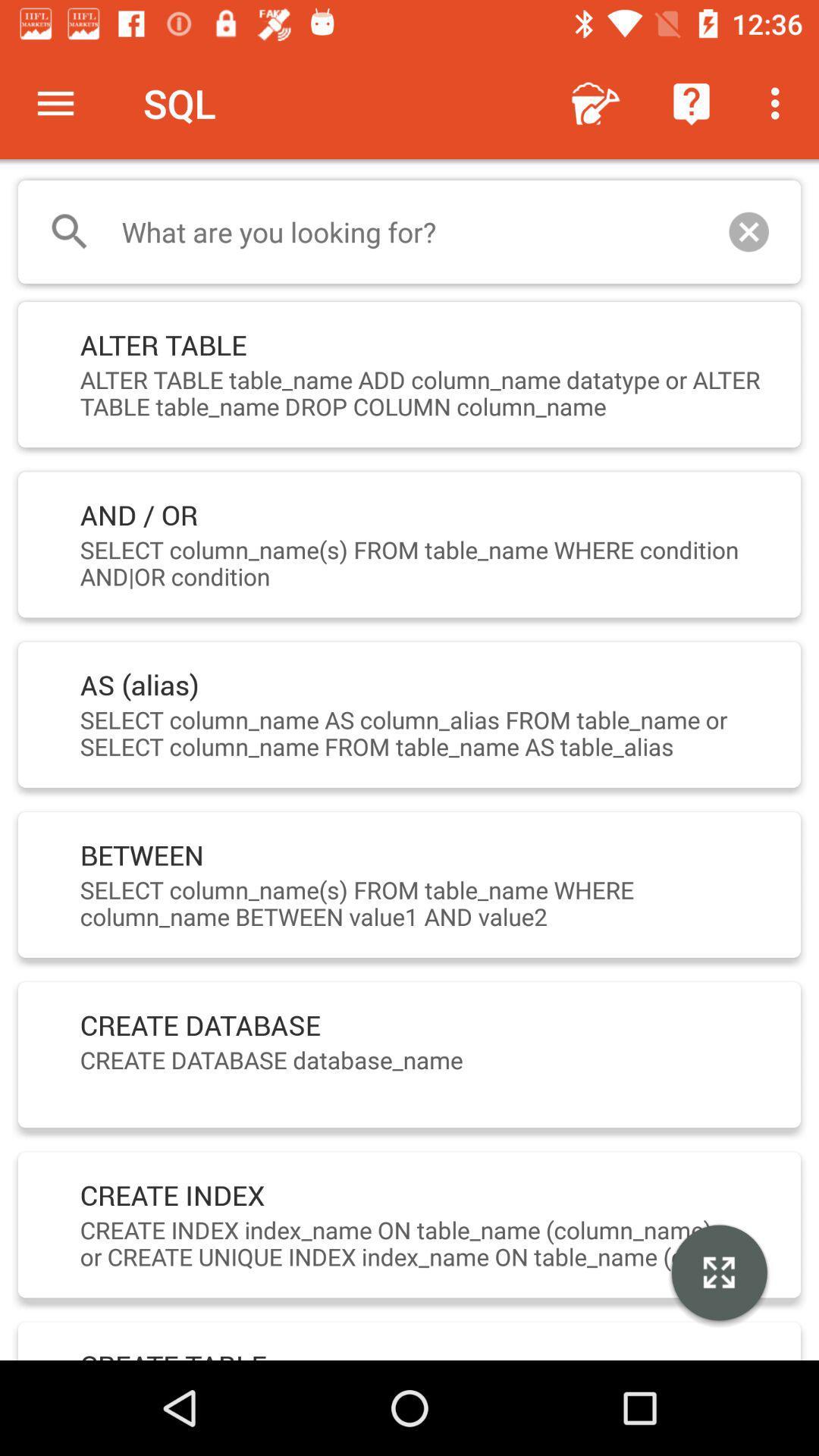 The image size is (819, 1456). I want to click on the icon below select column_name s icon, so click(718, 1274).